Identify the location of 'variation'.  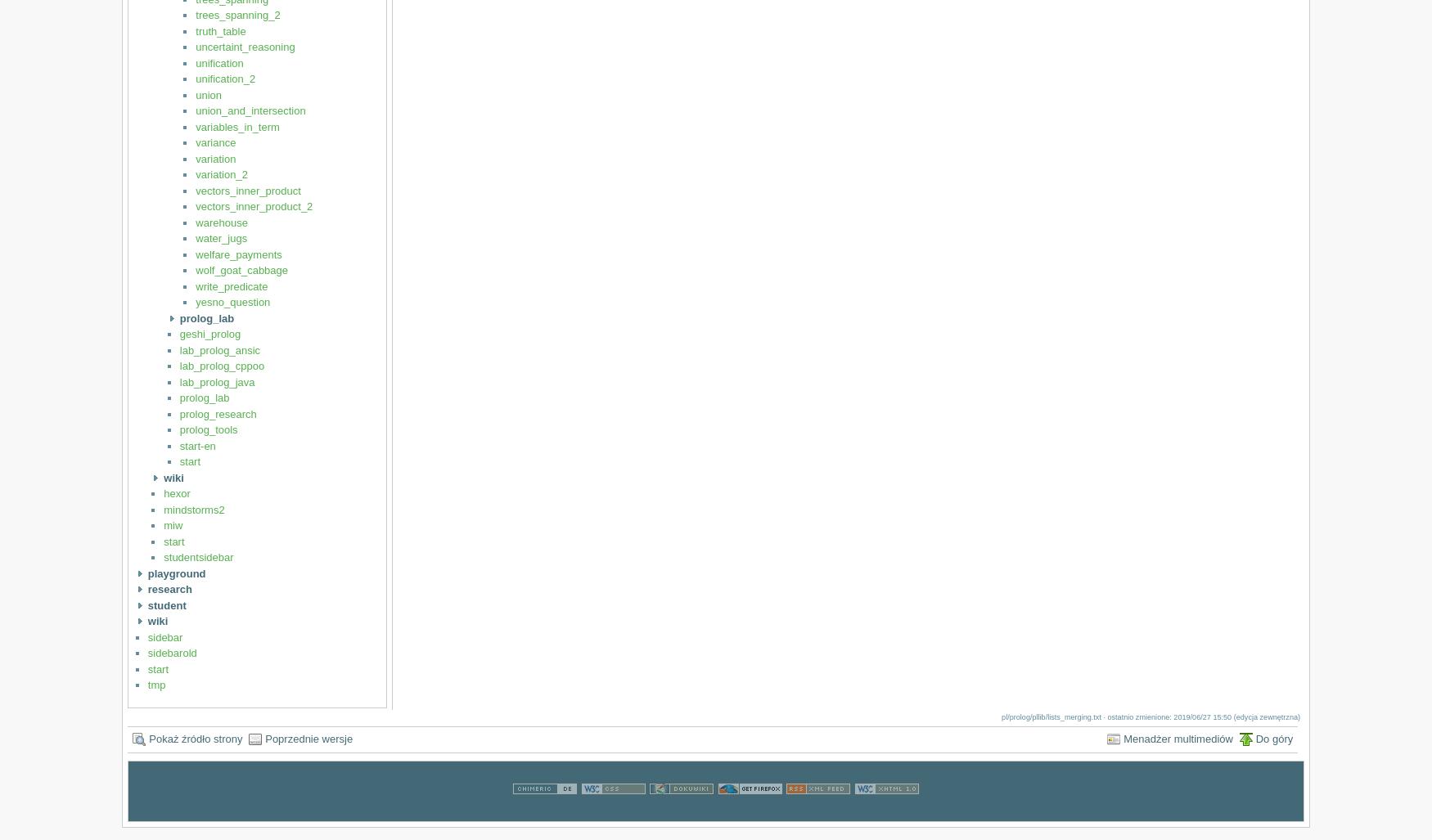
(214, 157).